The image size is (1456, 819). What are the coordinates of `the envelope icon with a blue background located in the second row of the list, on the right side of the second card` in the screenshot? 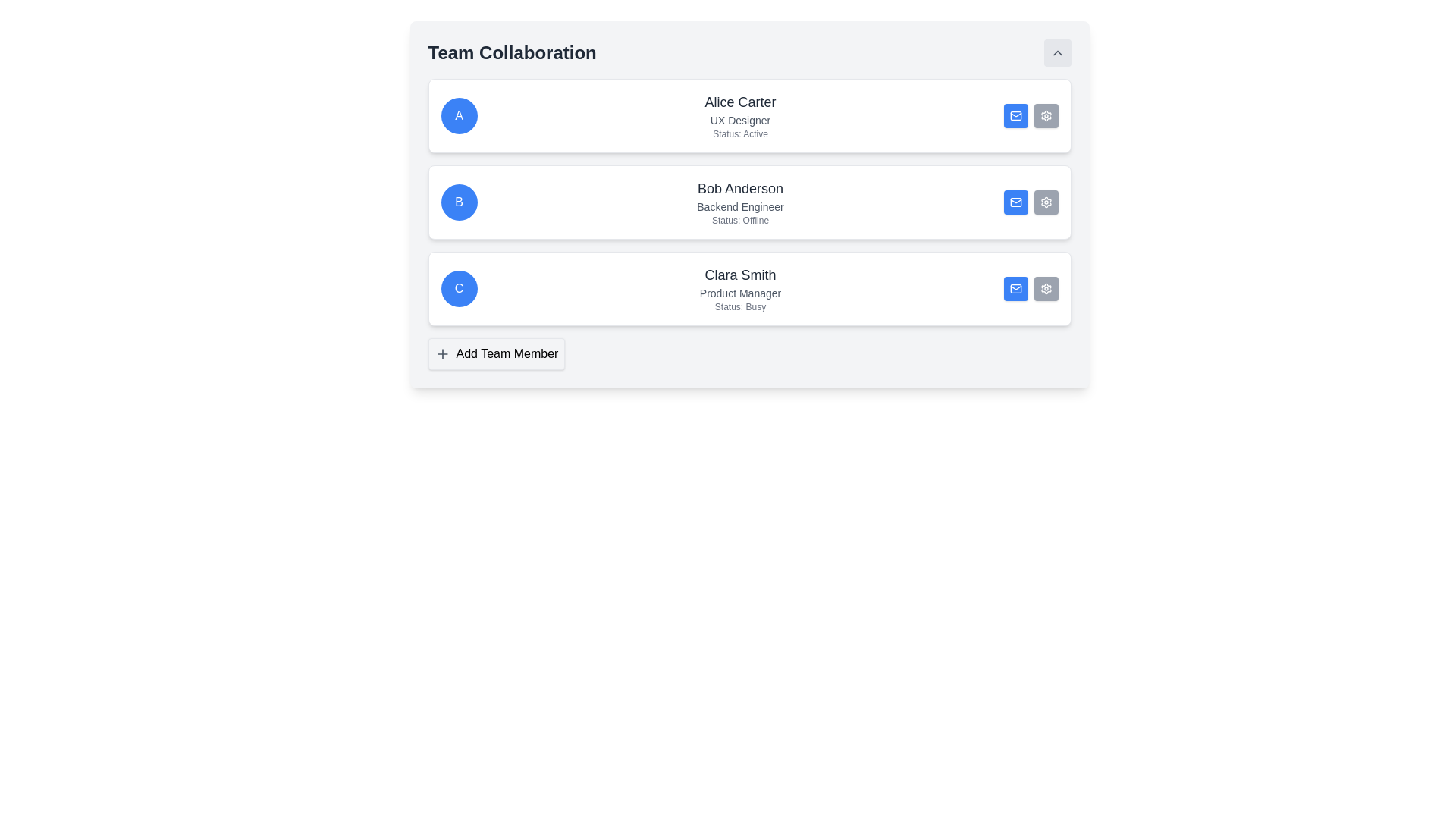 It's located at (1015, 201).